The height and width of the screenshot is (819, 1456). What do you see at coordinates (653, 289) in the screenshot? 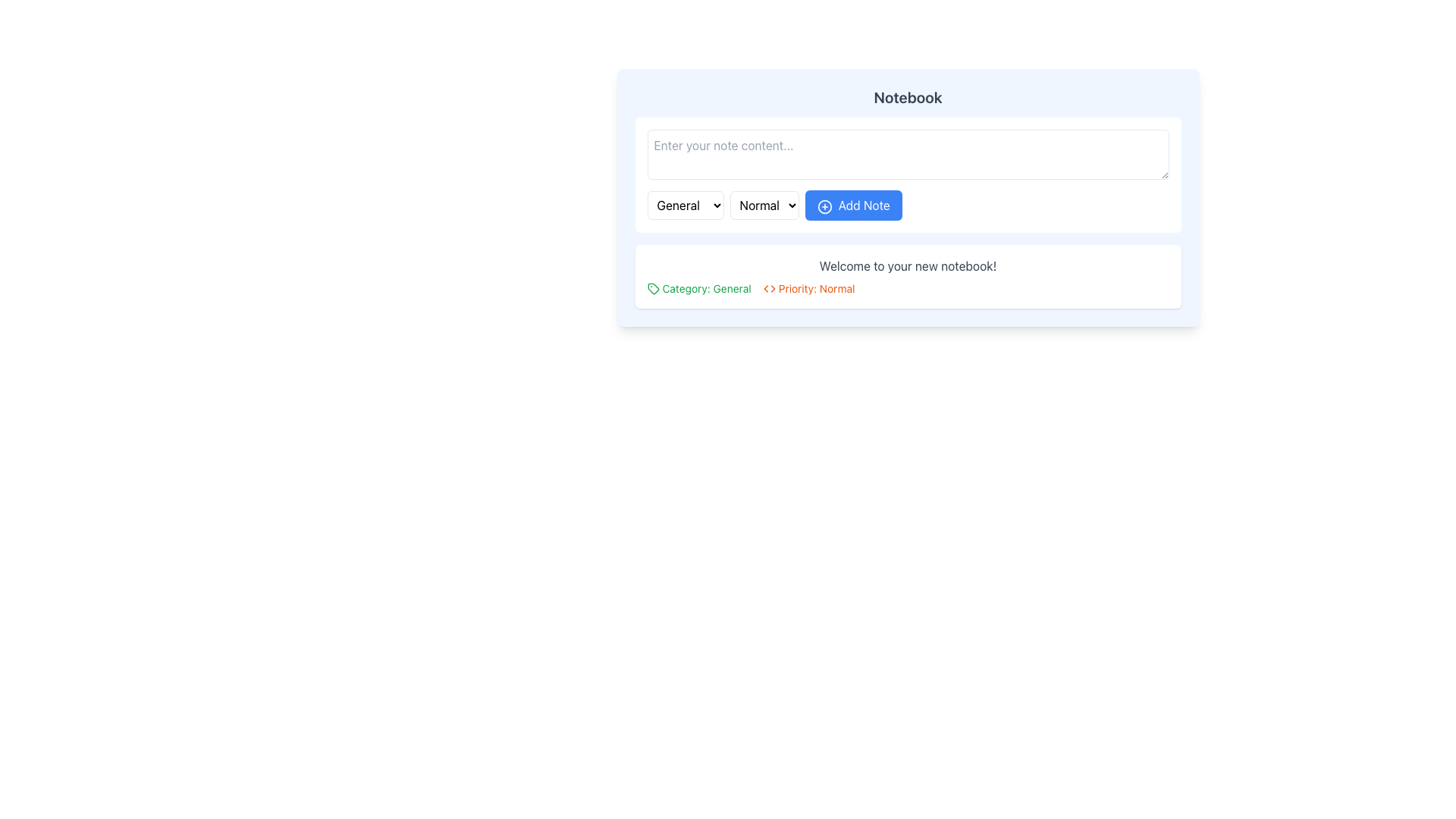
I see `the icon that visually indicates the context of 'Category: General', located in the lower row of the interface` at bounding box center [653, 289].